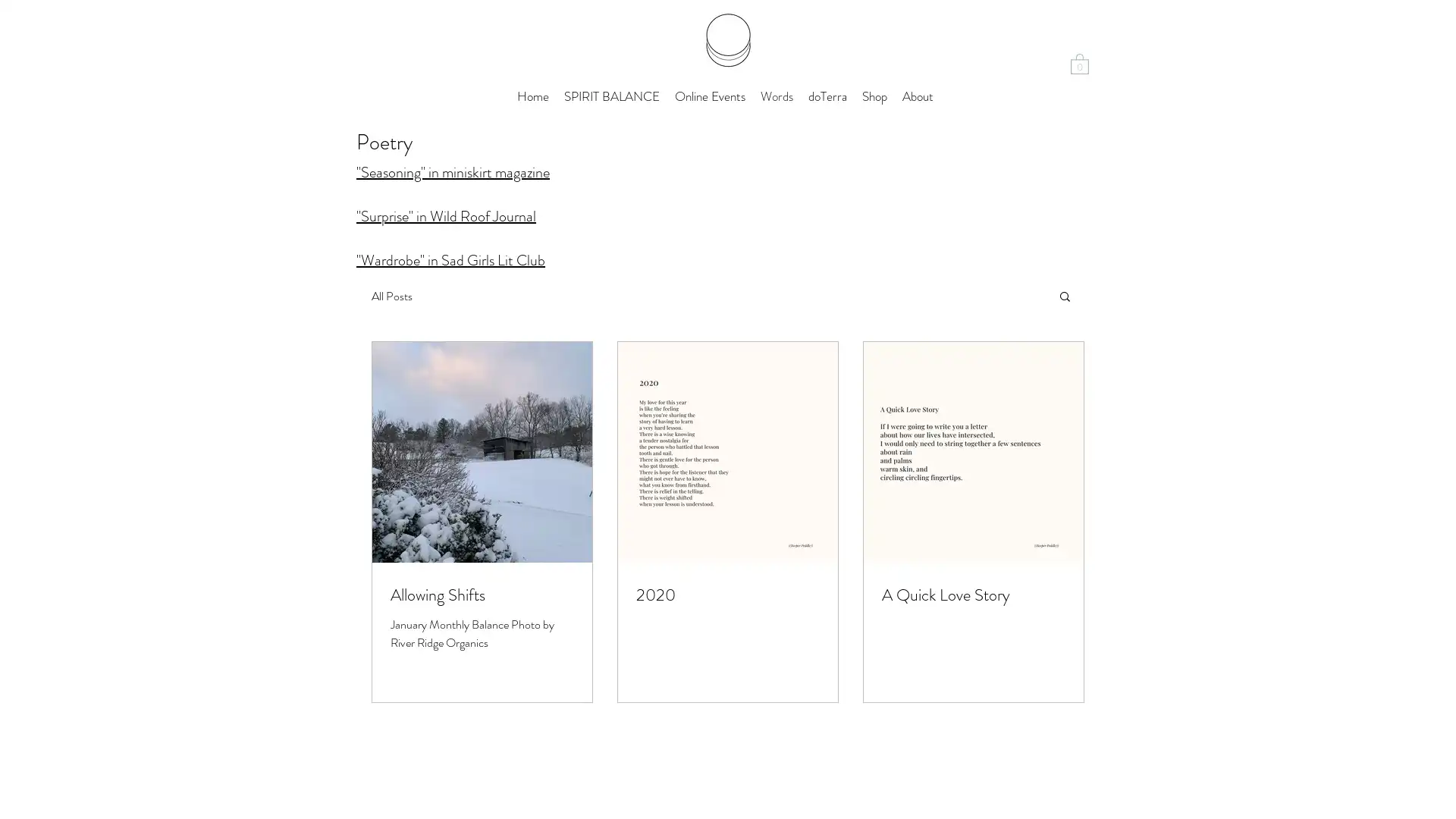  I want to click on Cart with 0 items, so click(1079, 62).